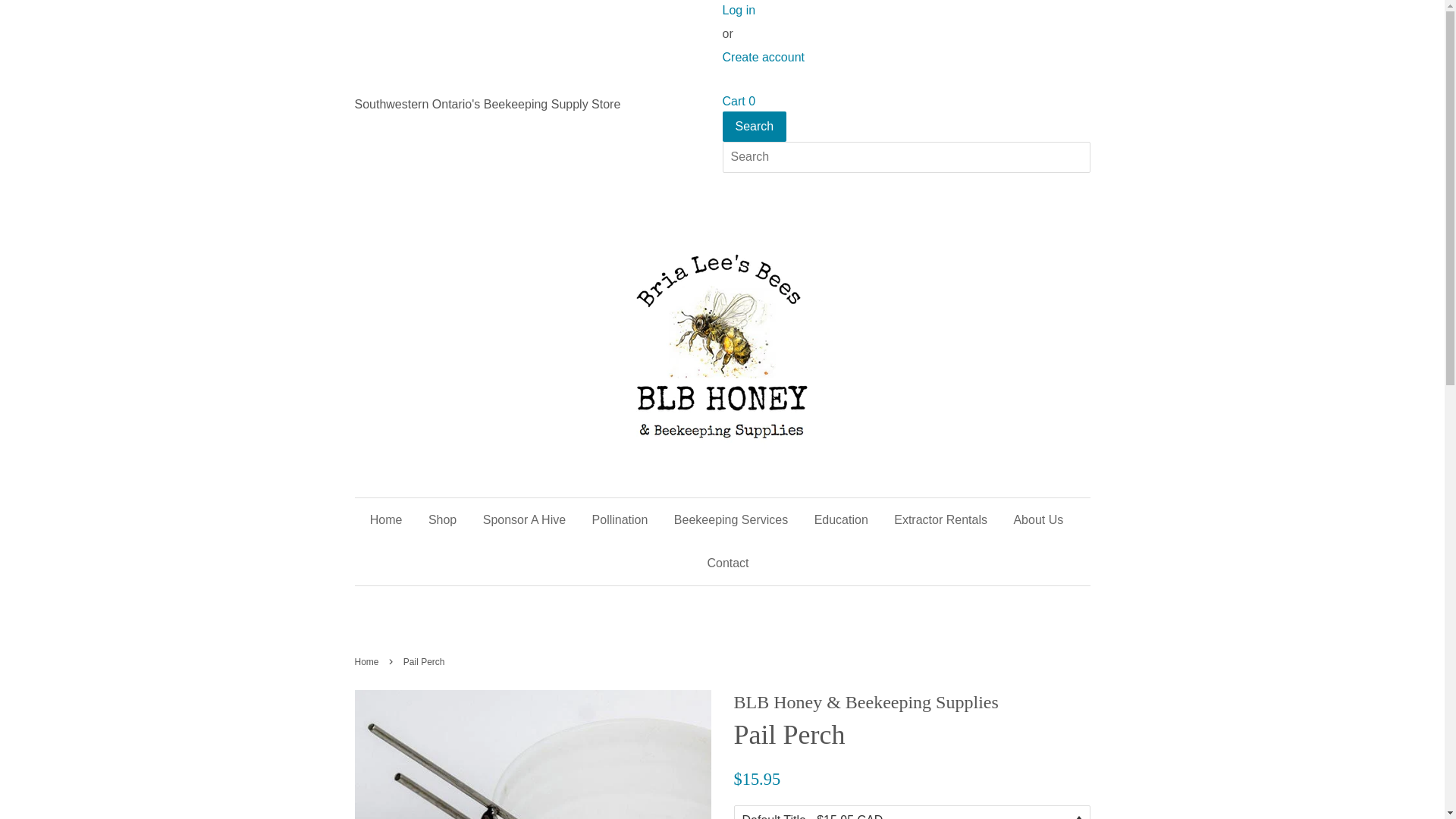 This screenshot has height=819, width=1456. I want to click on 'Beekeeping Services', so click(731, 519).